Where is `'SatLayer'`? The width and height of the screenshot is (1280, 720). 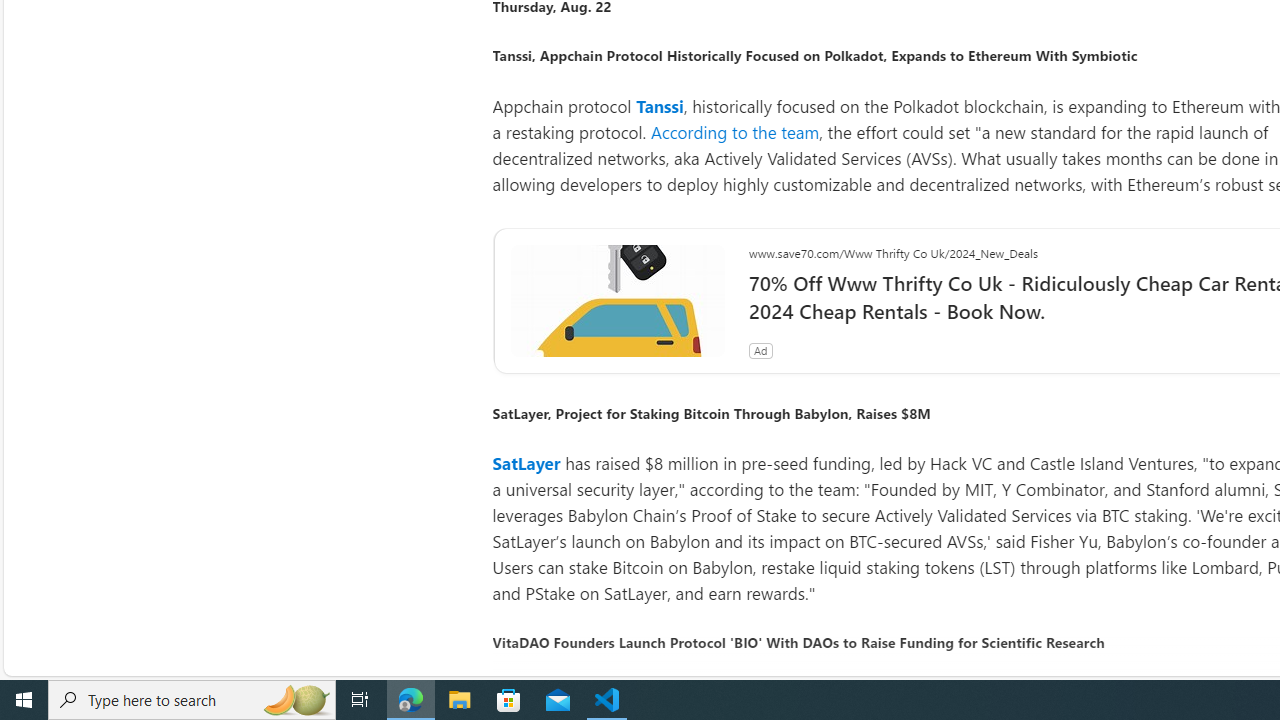
'SatLayer' is located at coordinates (526, 463).